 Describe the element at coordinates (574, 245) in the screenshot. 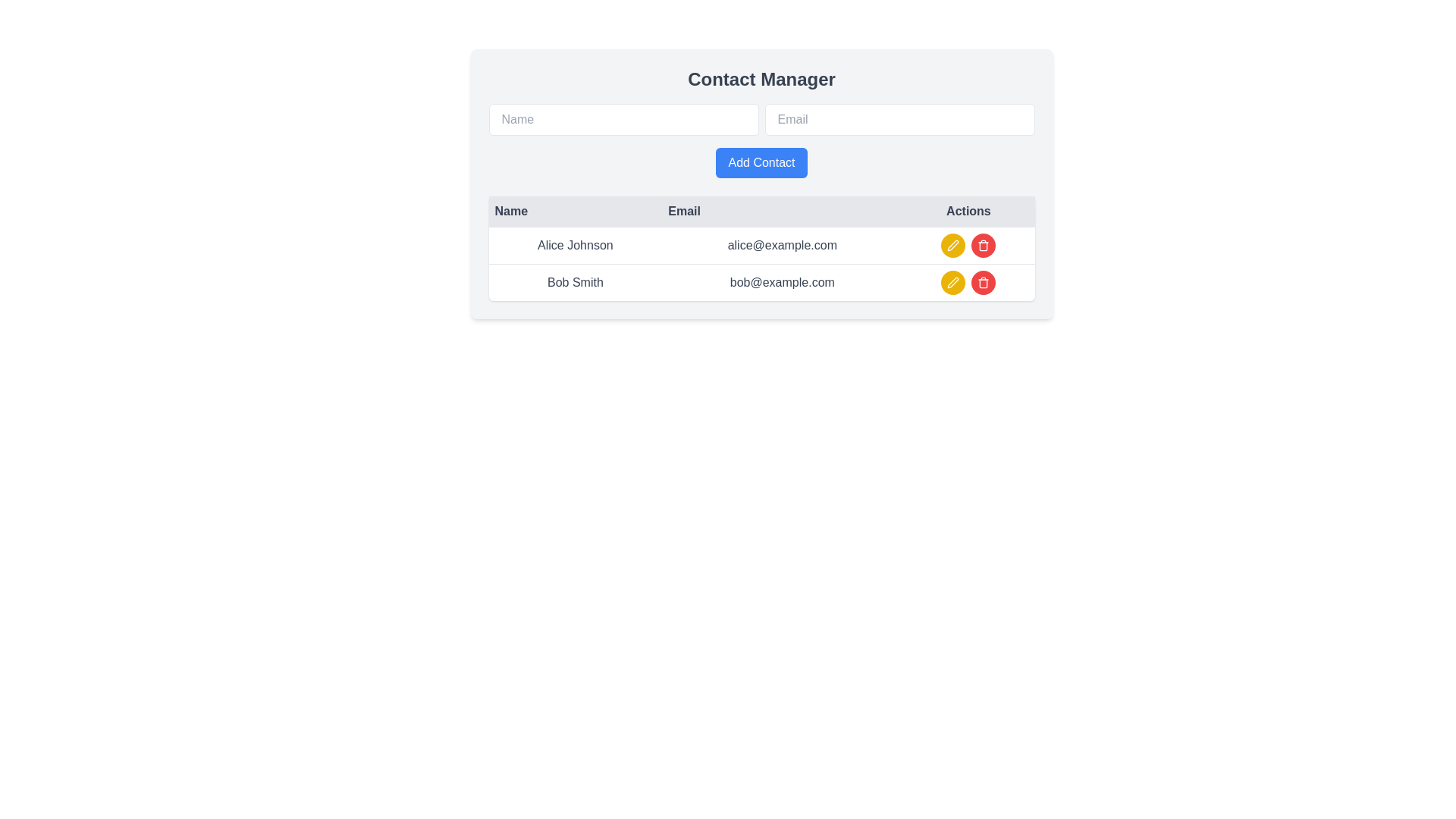

I see `the text label displaying the contact name 'Alice Johnson' in the data table, located in the first row under the 'Name' column` at that location.